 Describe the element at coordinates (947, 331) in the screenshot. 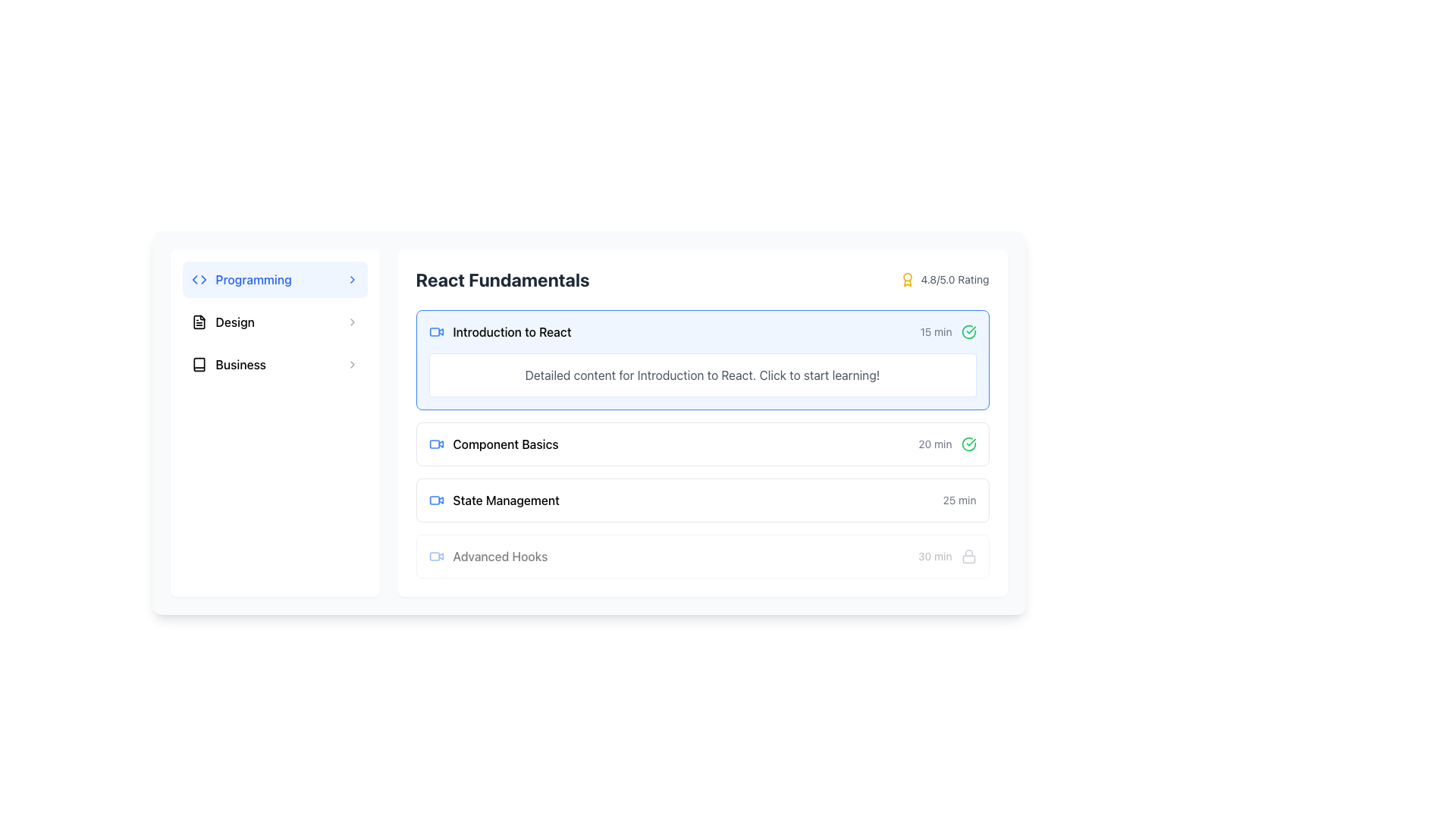

I see `the Label with the text '15 min' and green checkmark icon, located on the right side of the 'Introduction to React' row` at that location.